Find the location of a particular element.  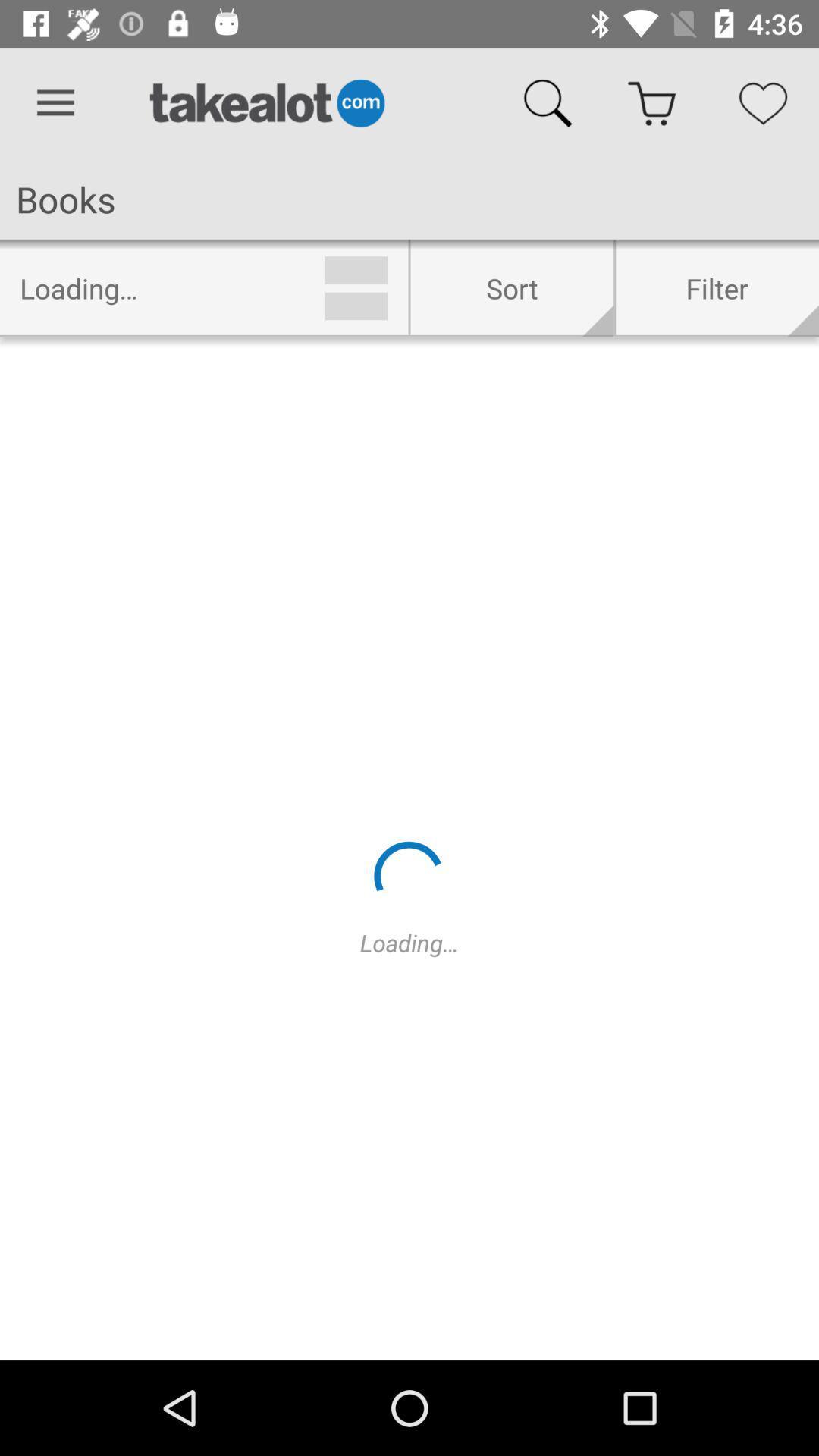

the icon above books item is located at coordinates (55, 102).